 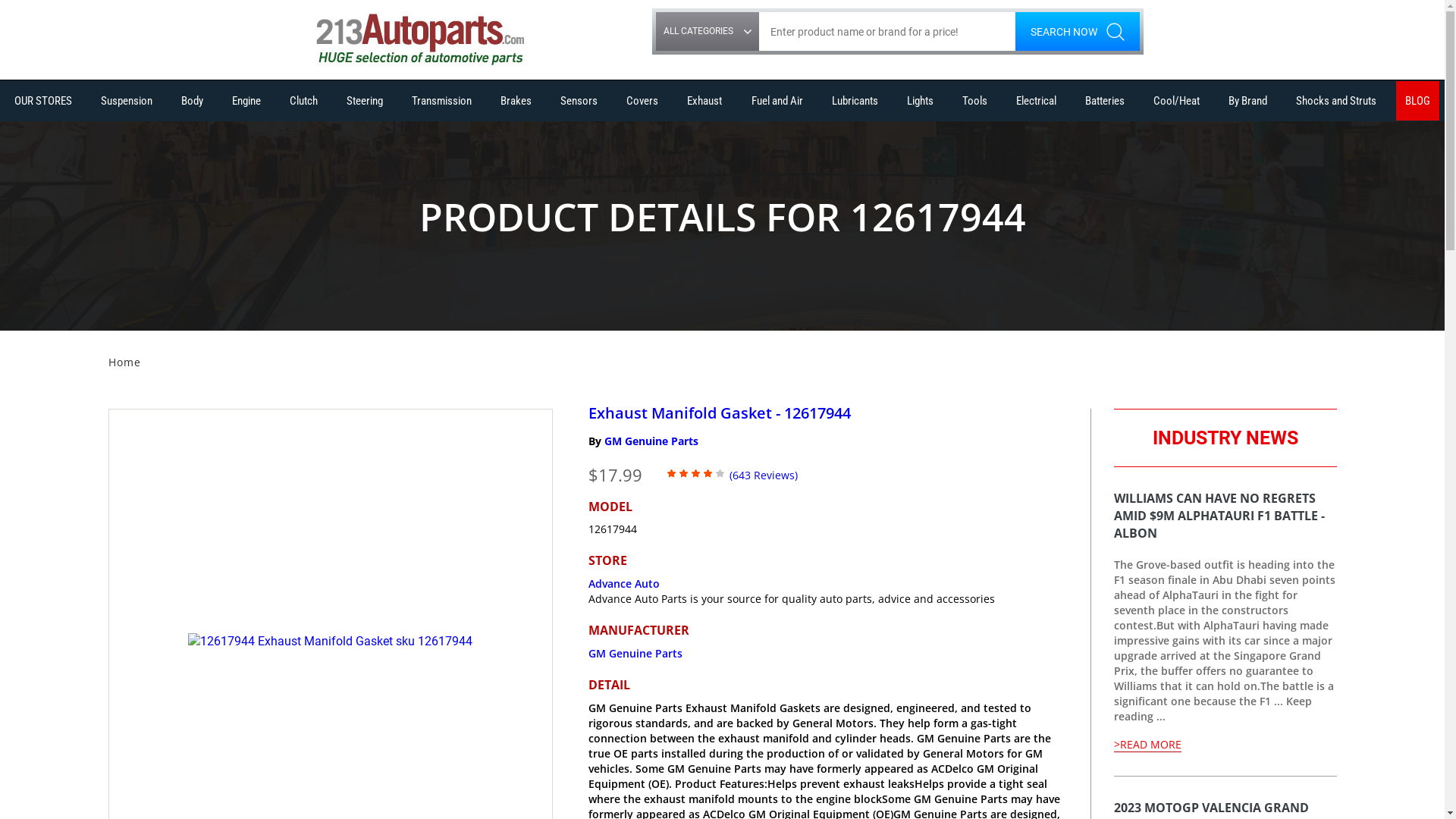 What do you see at coordinates (1395, 100) in the screenshot?
I see `'BLOG'` at bounding box center [1395, 100].